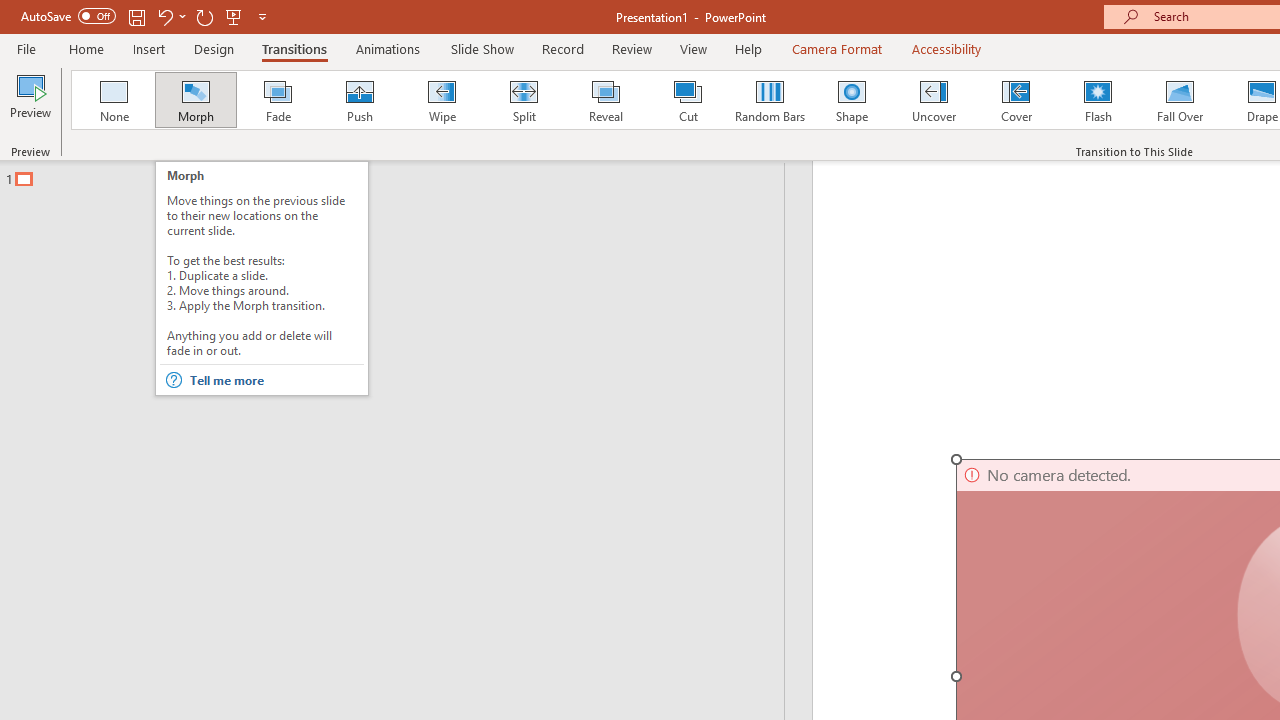  I want to click on 'Camera Format', so click(837, 48).